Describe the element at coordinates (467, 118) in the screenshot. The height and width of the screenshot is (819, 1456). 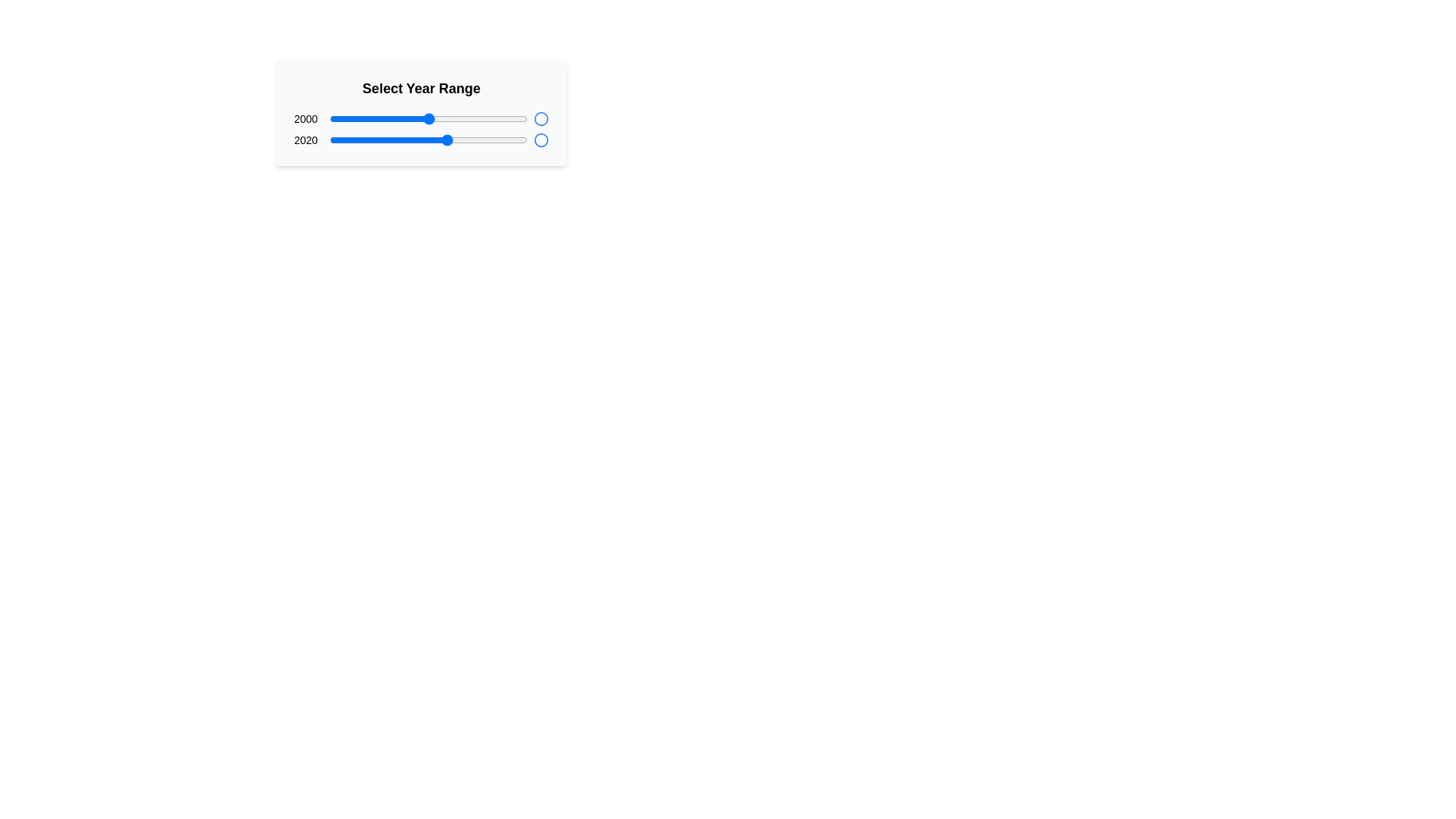
I see `the slider` at that location.